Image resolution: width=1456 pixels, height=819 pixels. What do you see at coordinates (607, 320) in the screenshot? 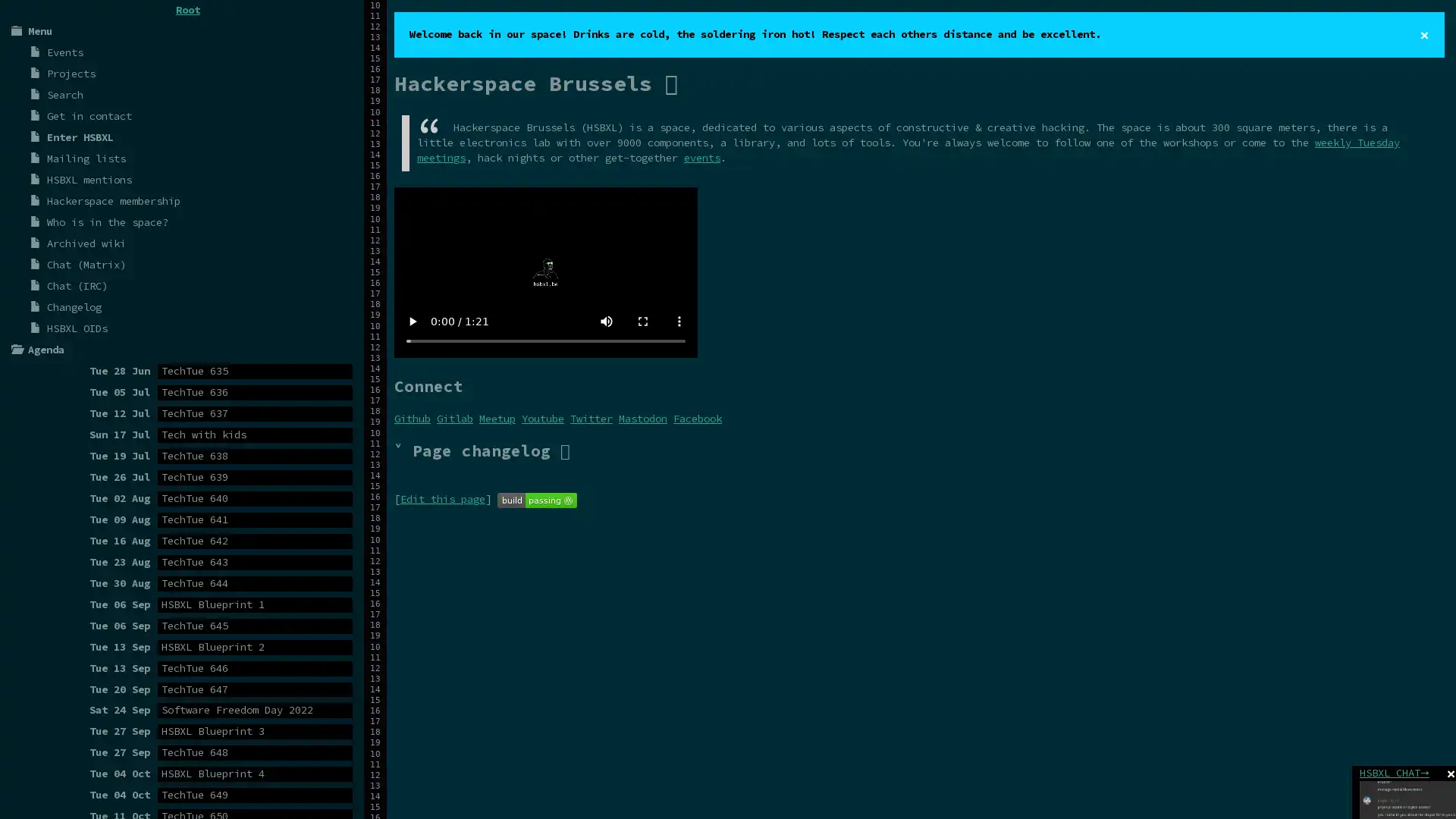
I see `mute` at bounding box center [607, 320].